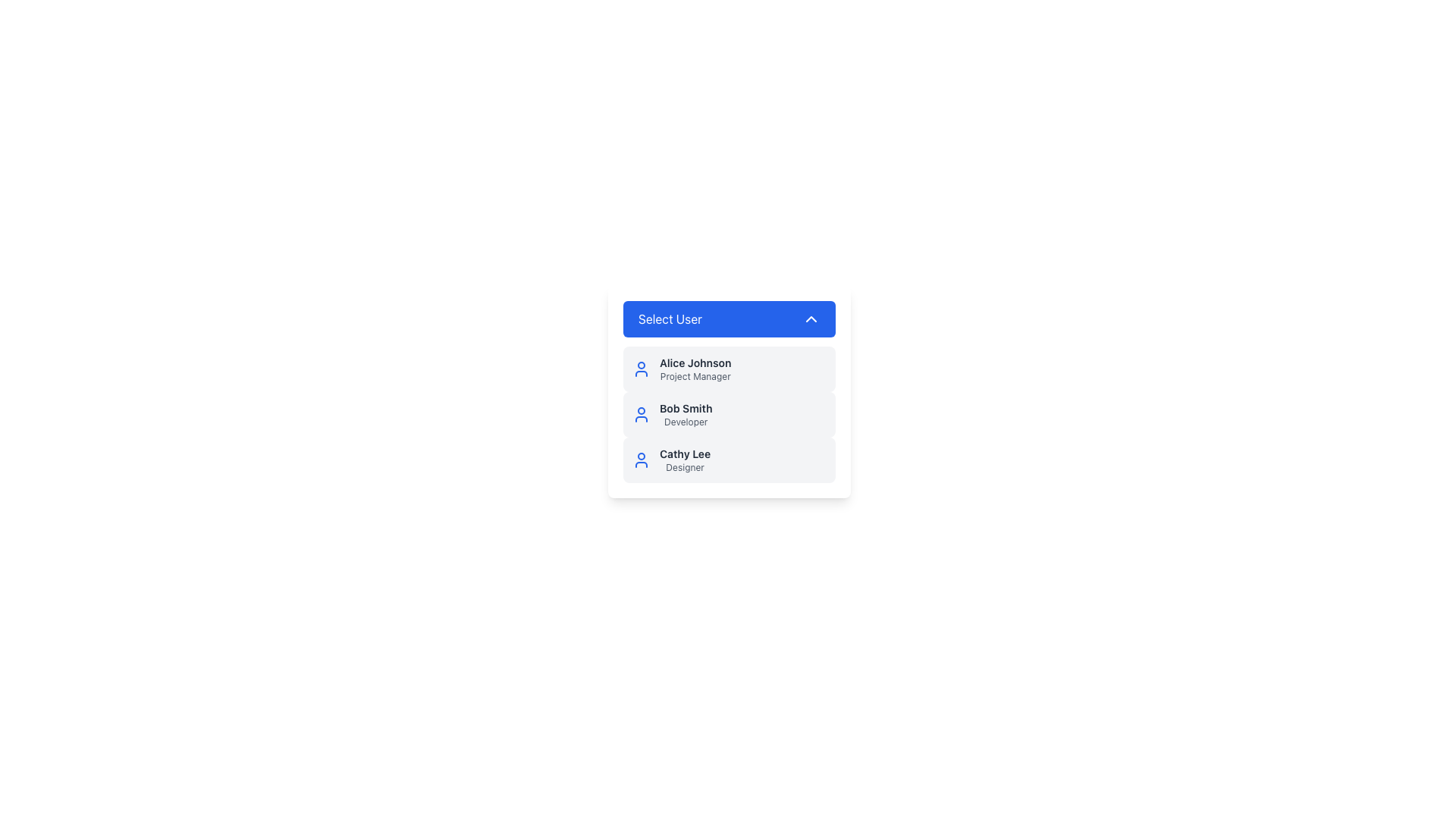  What do you see at coordinates (685, 408) in the screenshot?
I see `text label displaying 'Bob Smith' in bold dark gray font located in the dropdown list under 'Select User'` at bounding box center [685, 408].